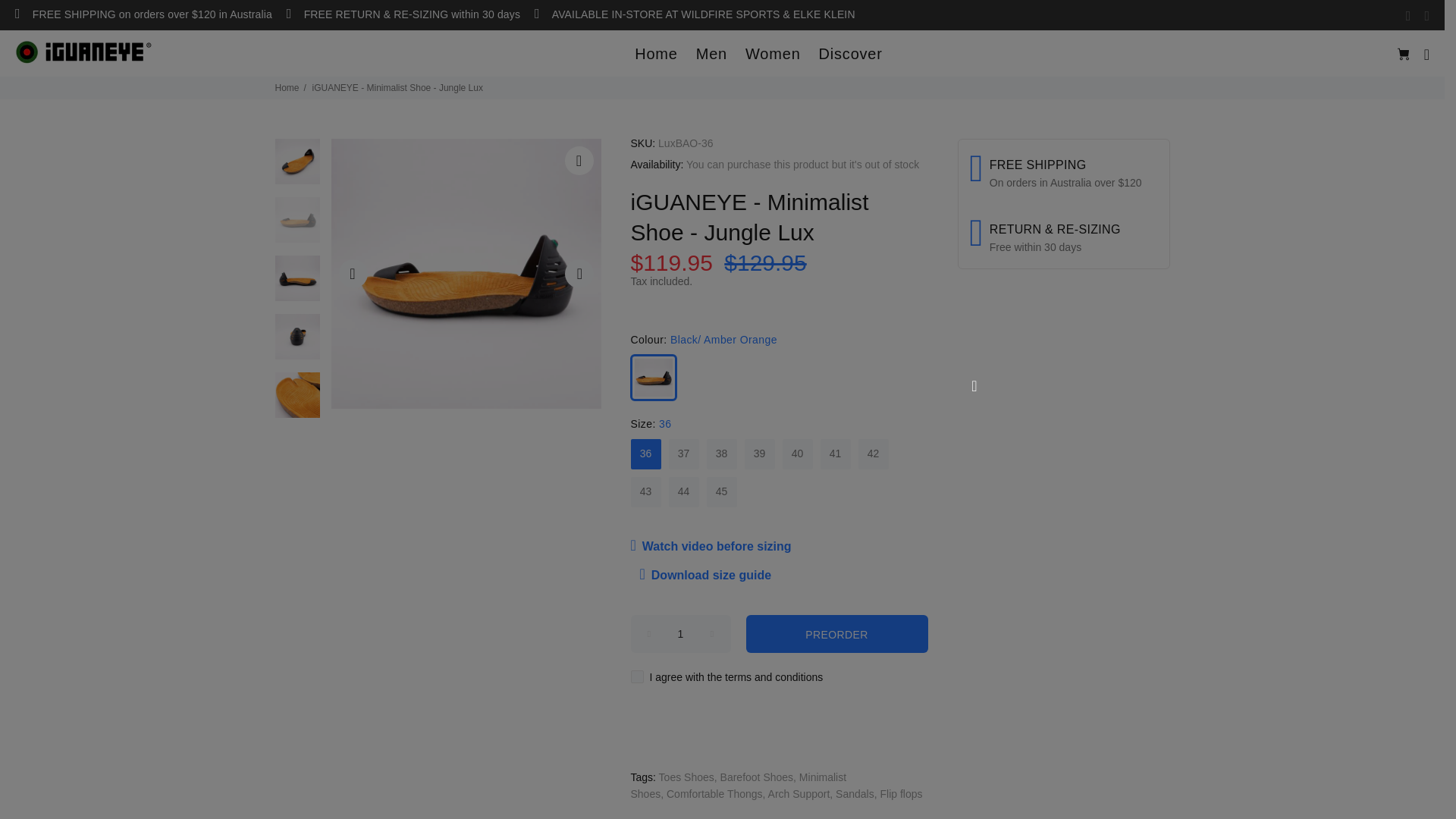  I want to click on 'Women', so click(736, 52).